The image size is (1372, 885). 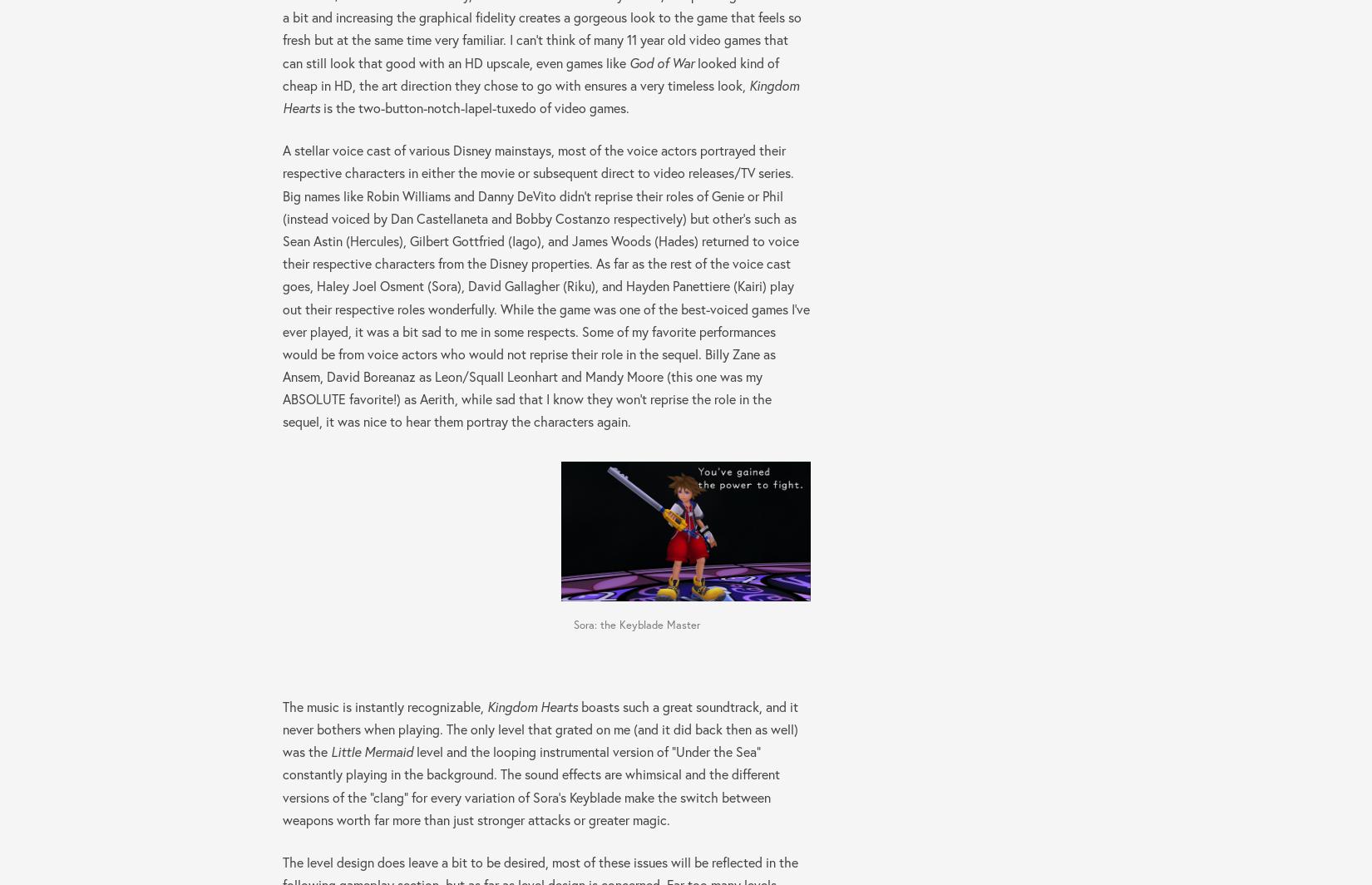 What do you see at coordinates (474, 107) in the screenshot?
I see `'is the two-button-notch-lapel-tuxedo of video games.'` at bounding box center [474, 107].